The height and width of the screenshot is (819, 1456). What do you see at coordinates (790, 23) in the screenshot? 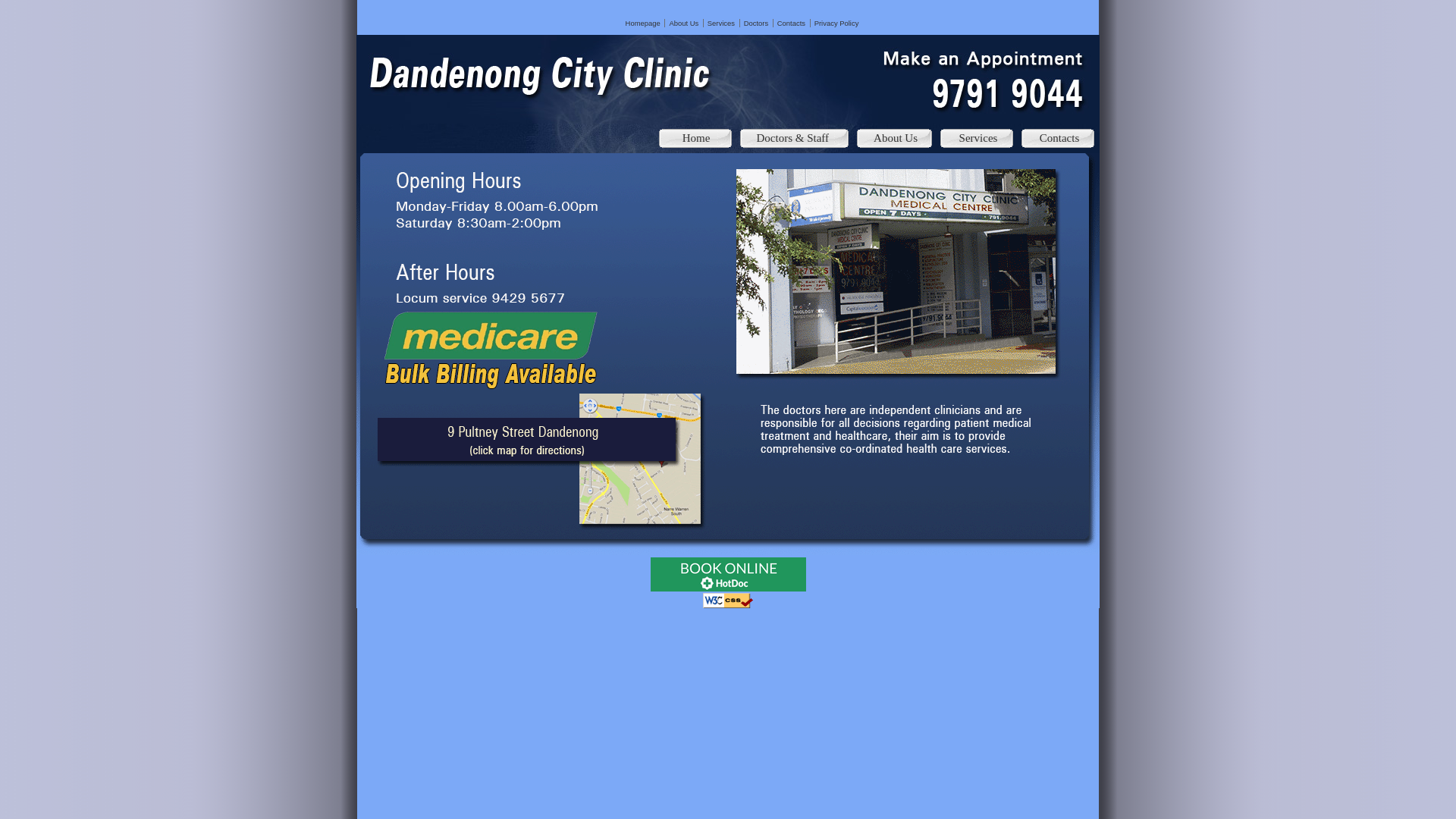
I see `'Contacts'` at bounding box center [790, 23].